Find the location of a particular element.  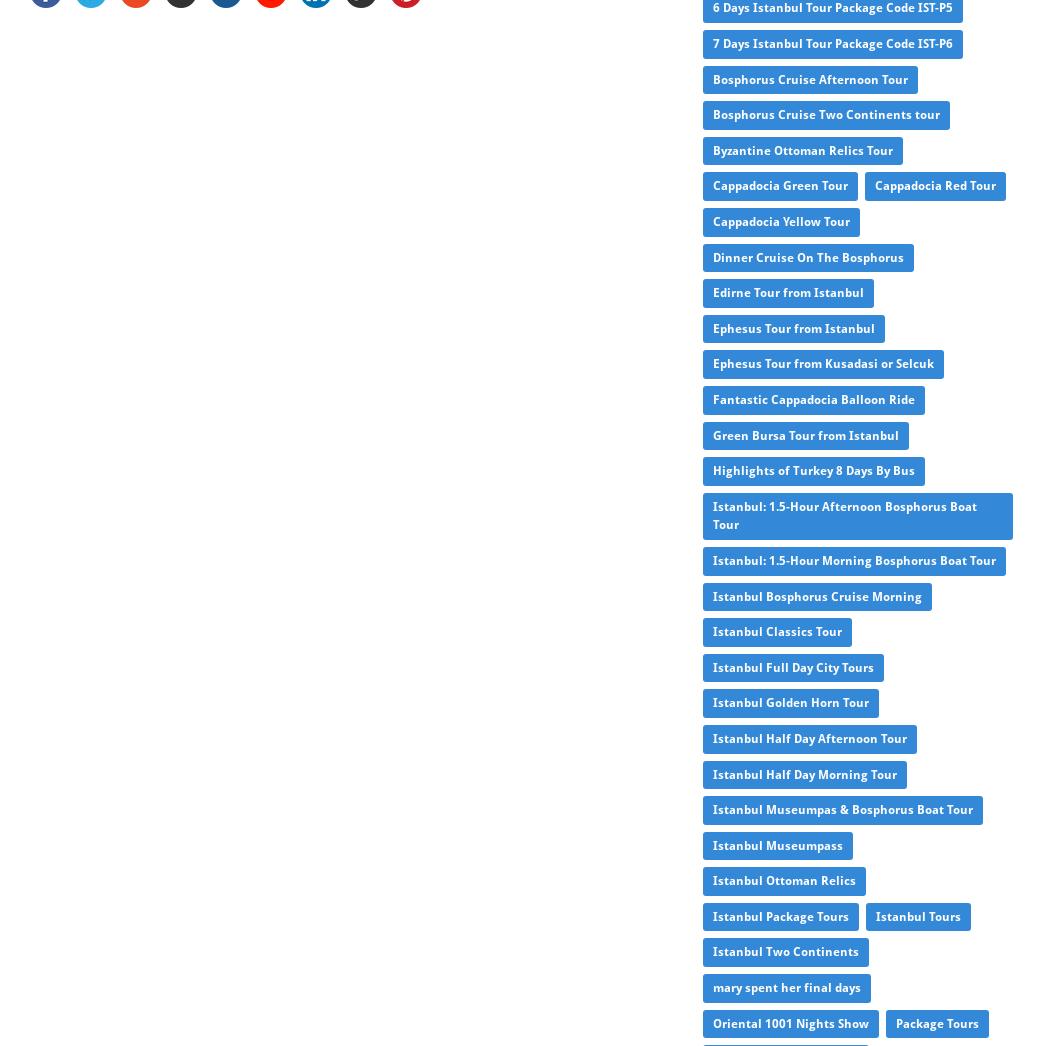

'mary spent her final days' is located at coordinates (786, 987).